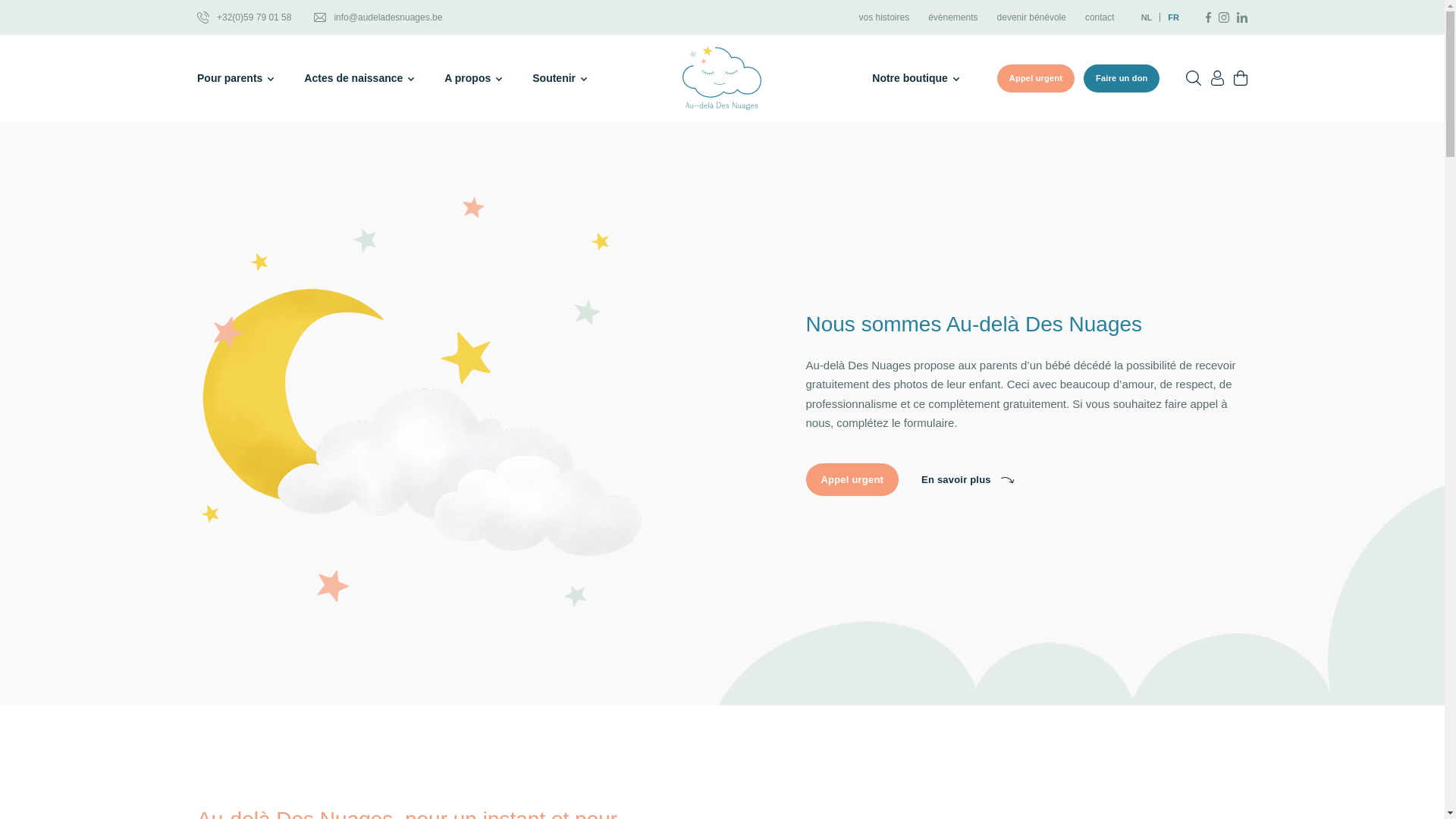 This screenshot has width=1456, height=819. I want to click on '+32(0)59 79 01 58', so click(196, 17).